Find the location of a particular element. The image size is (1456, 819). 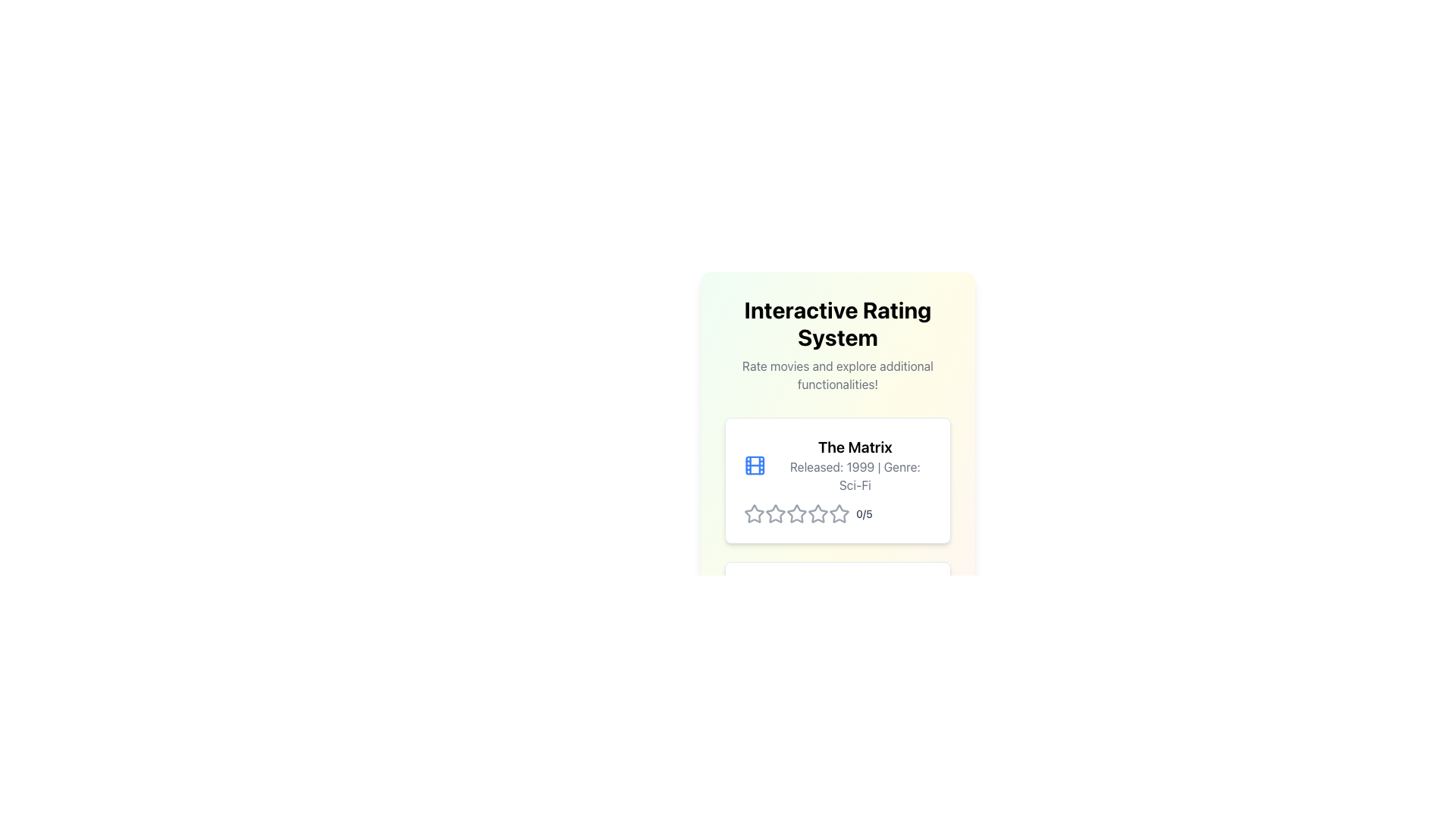

the fourth star in the horizontal five-star rating system under the movie title 'The Matrix' to assign a rating is located at coordinates (796, 657).